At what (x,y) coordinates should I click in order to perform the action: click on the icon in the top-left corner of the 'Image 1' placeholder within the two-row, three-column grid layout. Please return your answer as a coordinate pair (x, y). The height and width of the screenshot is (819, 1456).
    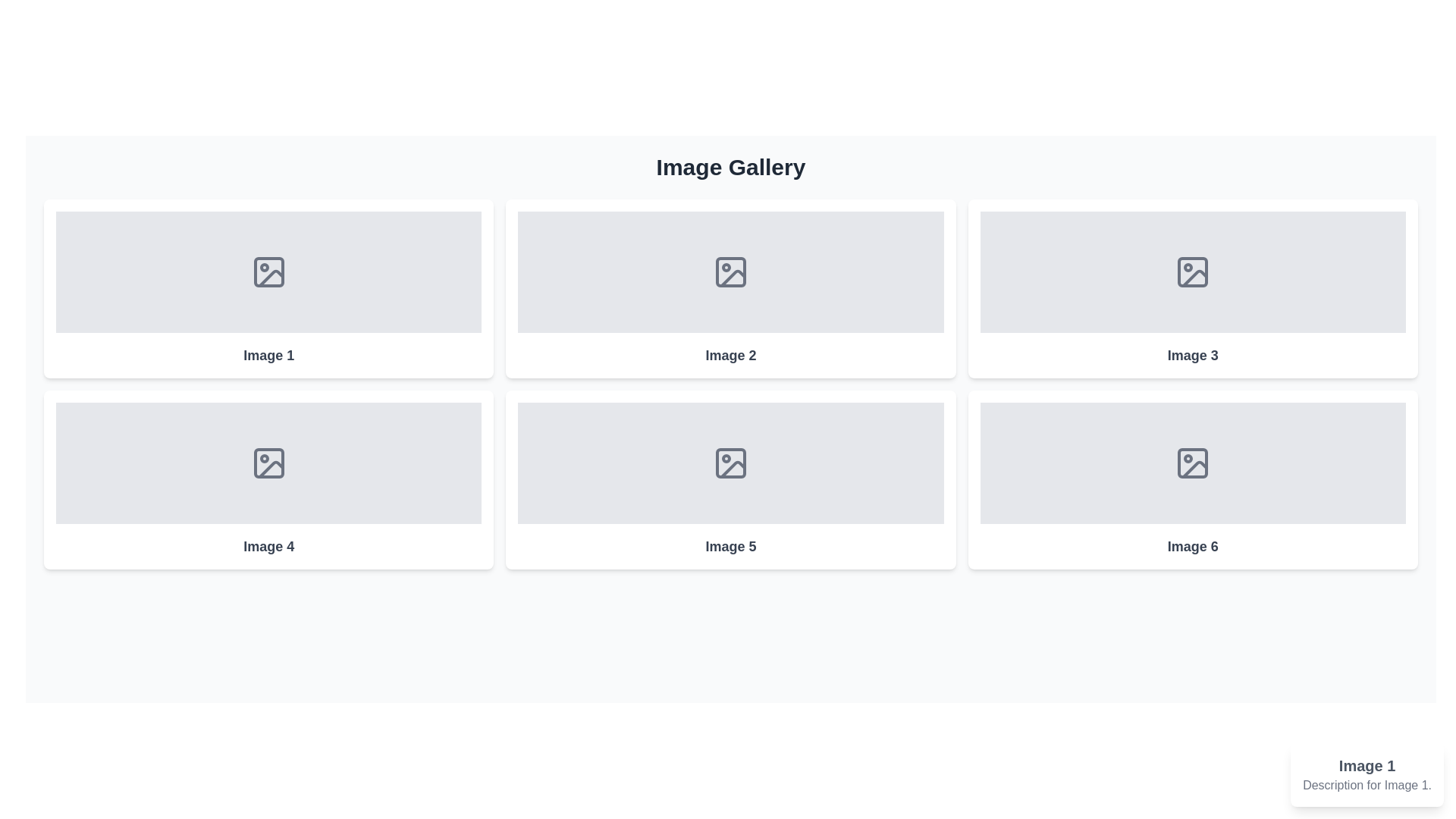
    Looking at the image, I should click on (268, 271).